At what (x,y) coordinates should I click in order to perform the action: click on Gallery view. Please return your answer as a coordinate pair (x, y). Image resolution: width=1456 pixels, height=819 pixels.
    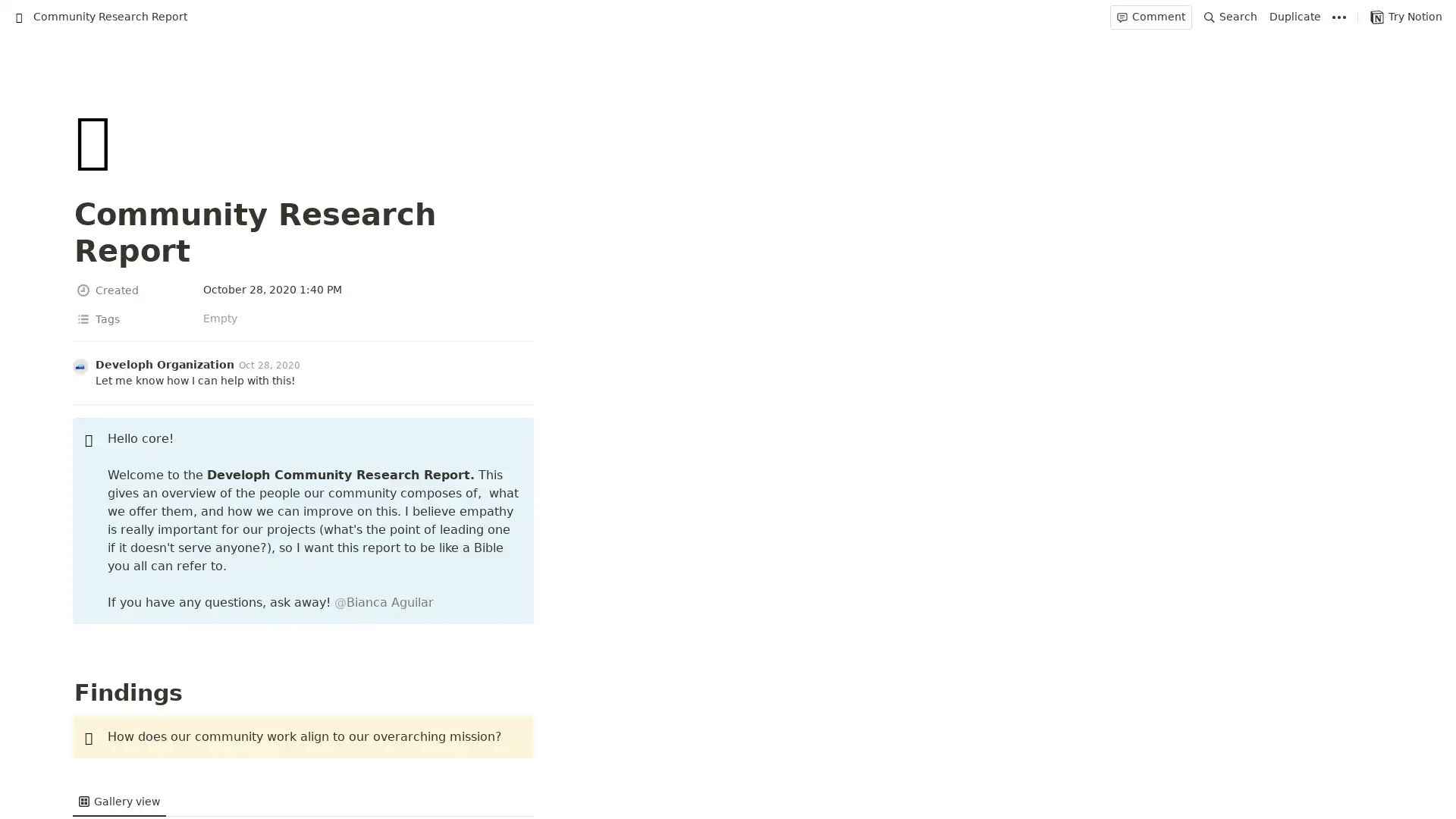
    Looking at the image, I should click on (118, 692).